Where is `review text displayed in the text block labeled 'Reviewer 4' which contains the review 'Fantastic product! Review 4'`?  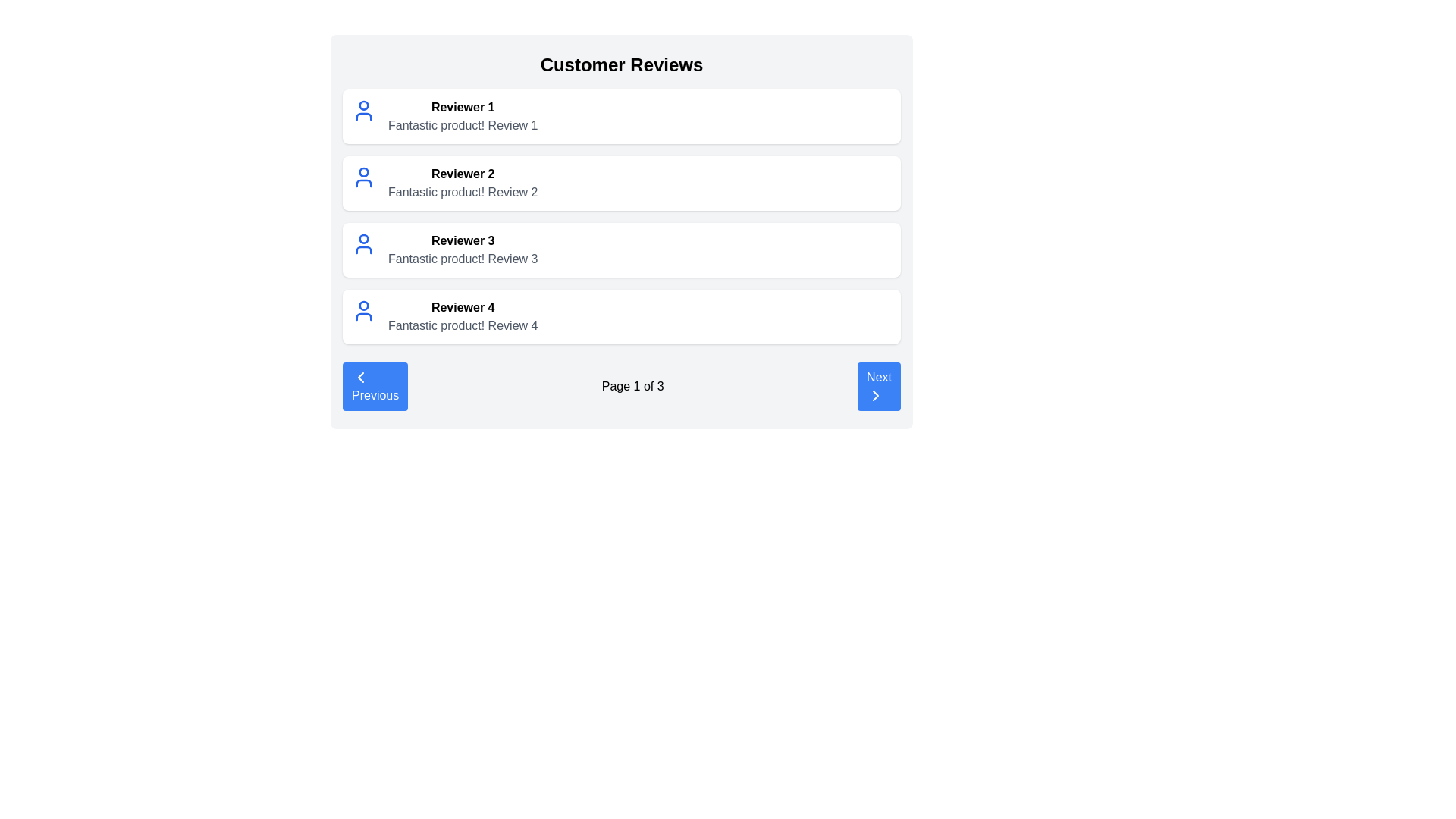
review text displayed in the text block labeled 'Reviewer 4' which contains the review 'Fantastic product! Review 4' is located at coordinates (462, 315).